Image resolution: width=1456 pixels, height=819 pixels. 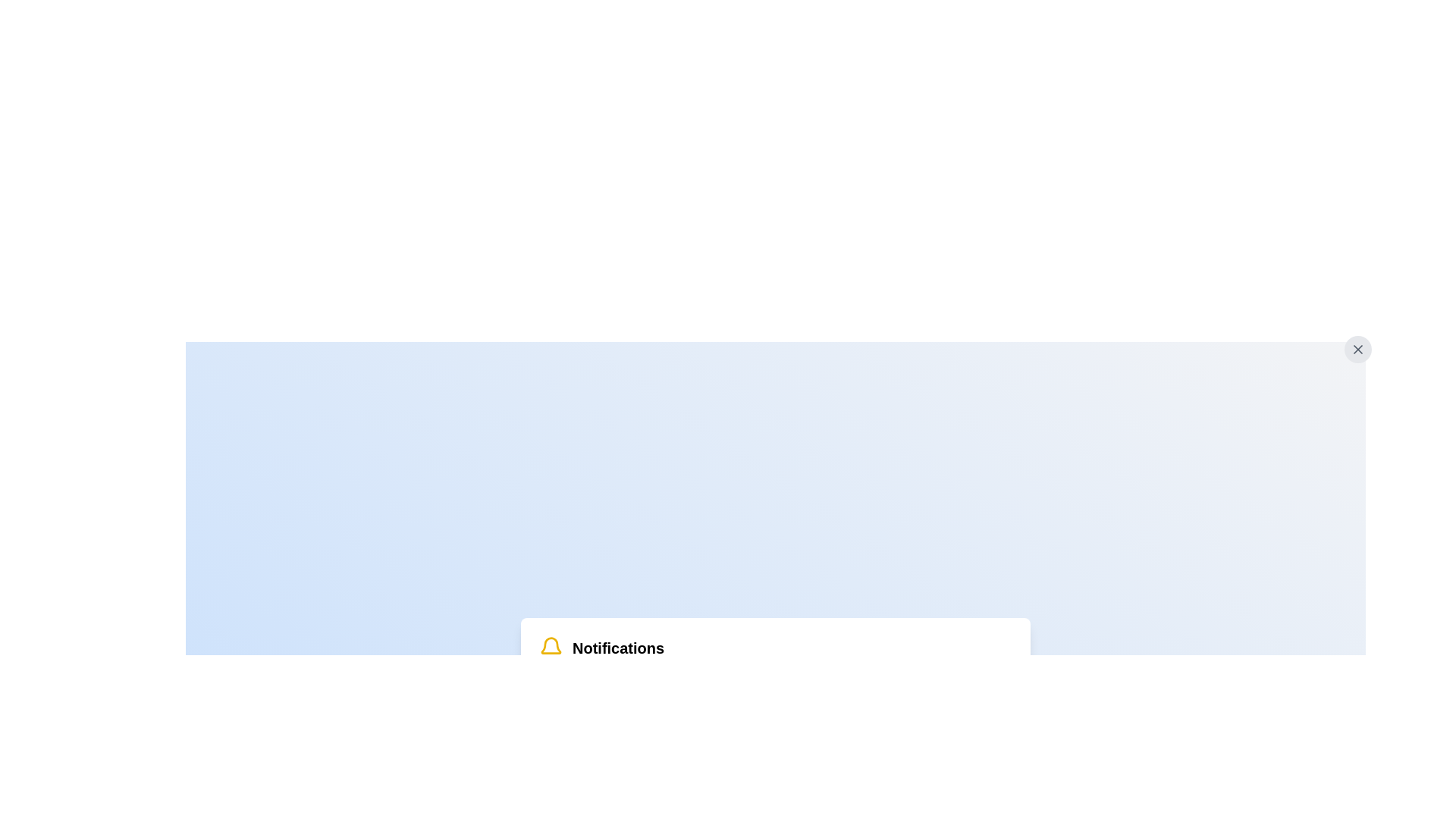 What do you see at coordinates (1357, 350) in the screenshot?
I see `the close button located in the top-right corner of the white rounded notification card` at bounding box center [1357, 350].